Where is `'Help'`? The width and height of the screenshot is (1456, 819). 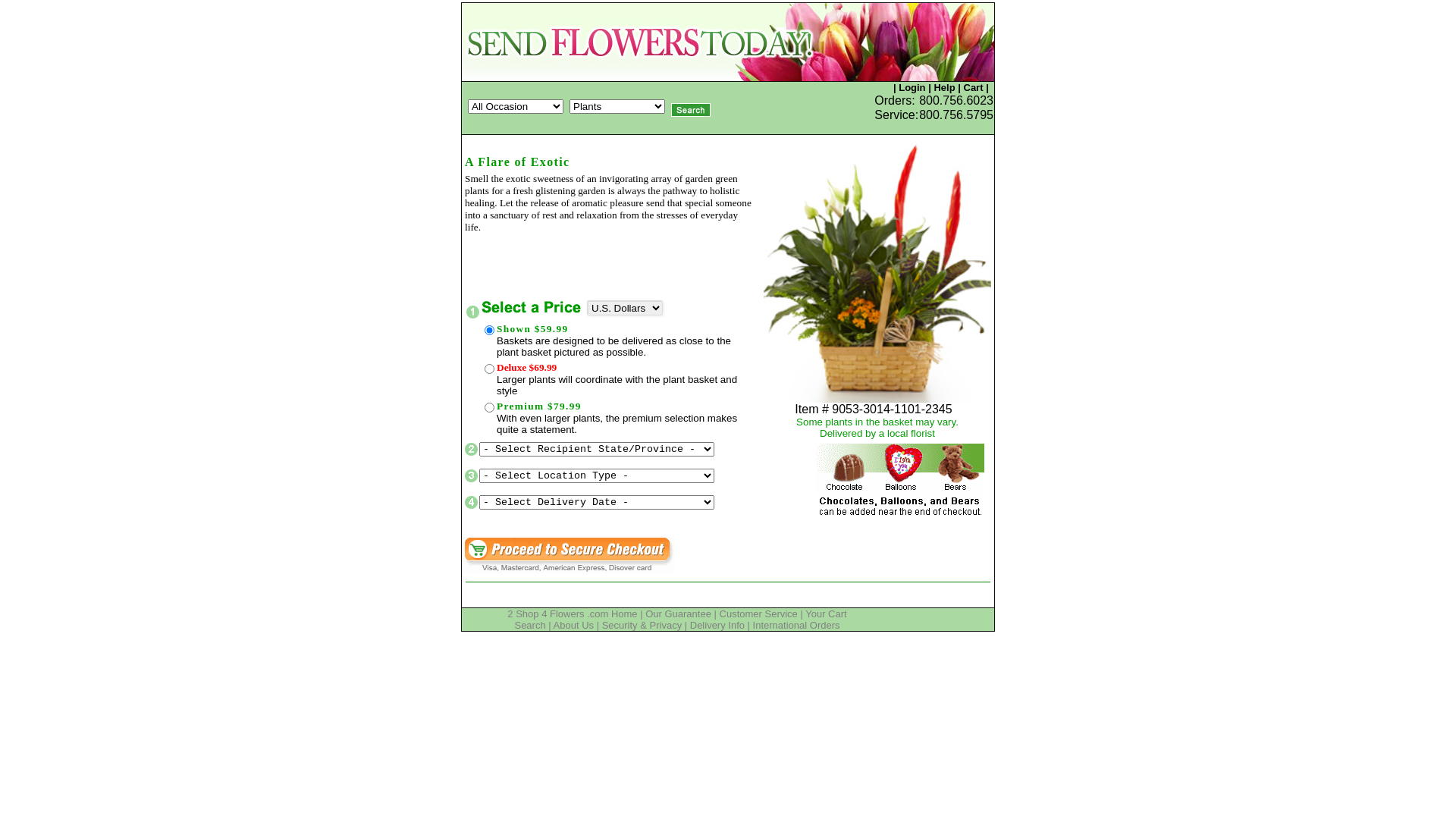 'Help' is located at coordinates (943, 87).